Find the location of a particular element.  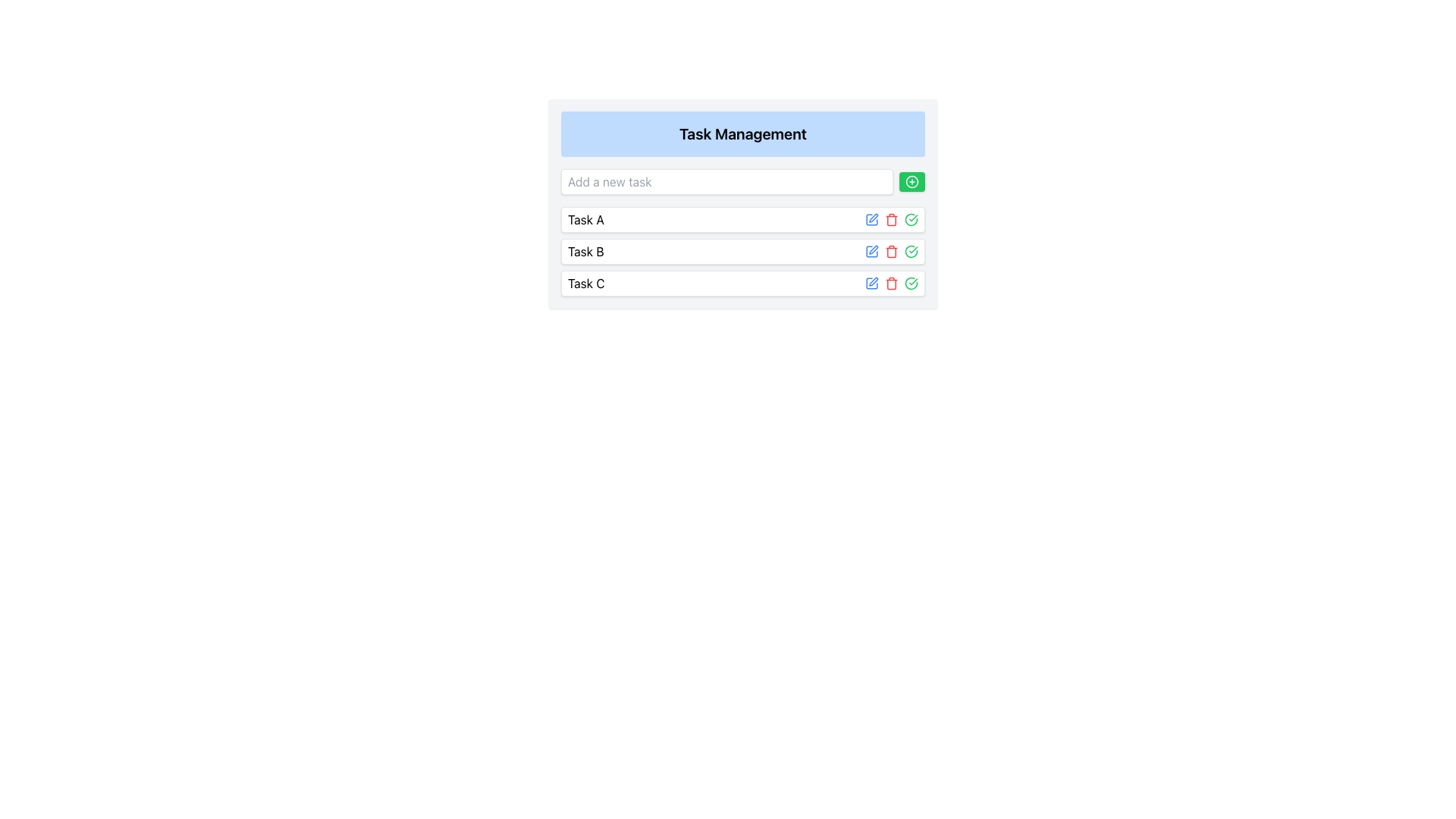

the task label that is the second item in the vertical list of tasks in the task management system is located at coordinates (585, 250).